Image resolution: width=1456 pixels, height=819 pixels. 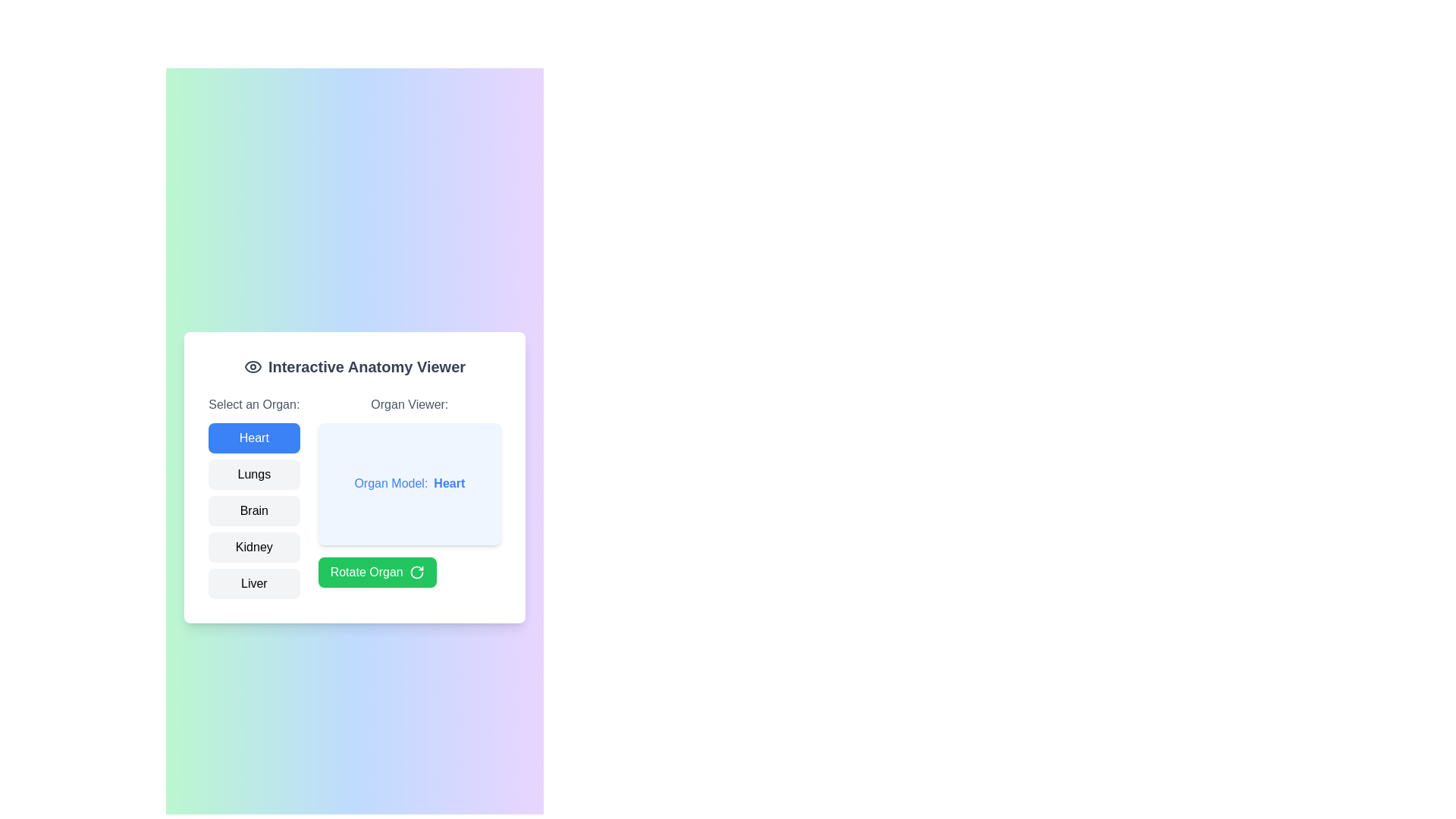 I want to click on text displaying the selected organ's name, 'Heart', which is located to the right of the label 'Organ Model:' in the anatomical viewer interface, so click(x=448, y=484).